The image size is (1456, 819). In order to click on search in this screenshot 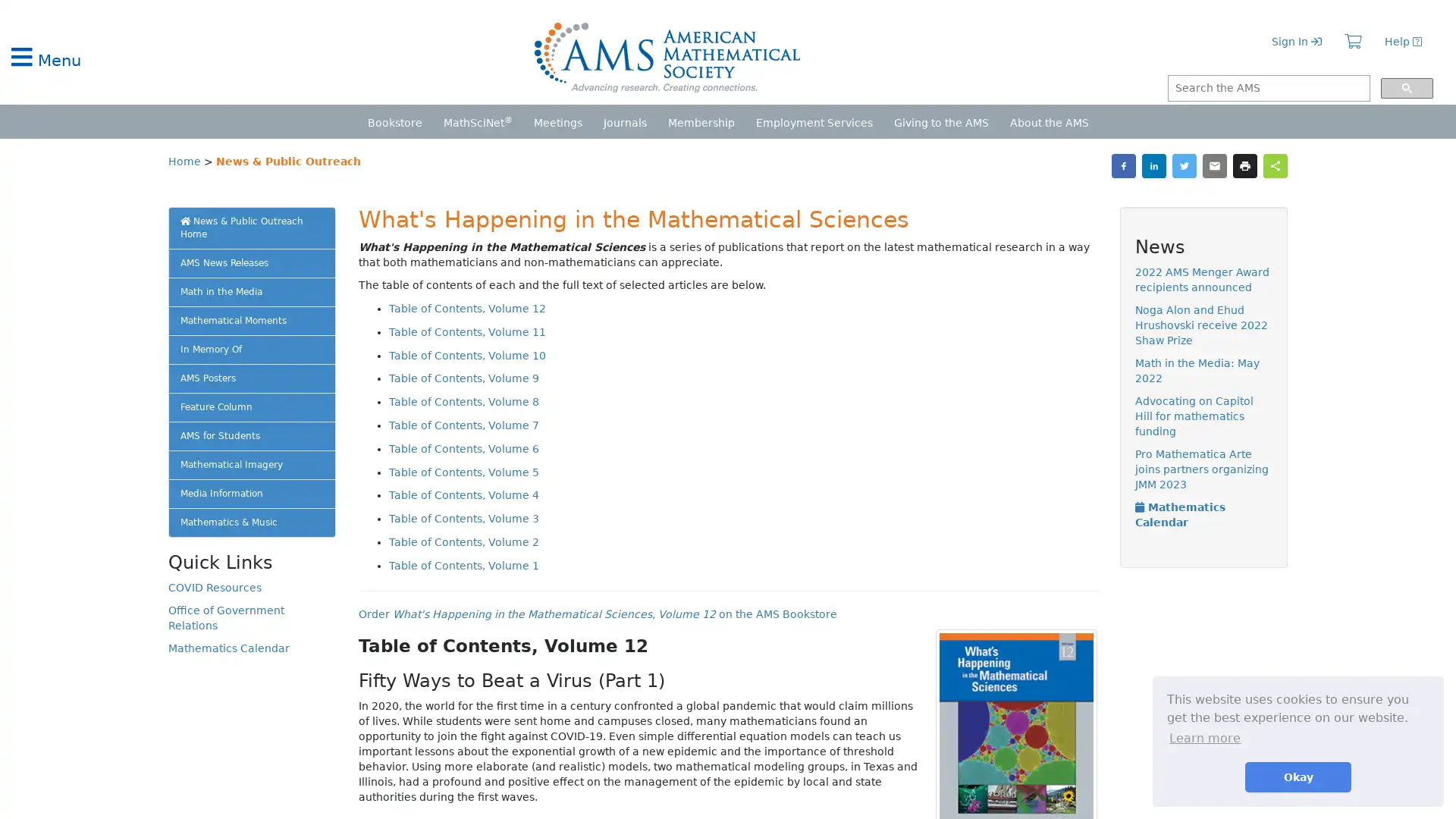, I will do `click(1405, 88)`.